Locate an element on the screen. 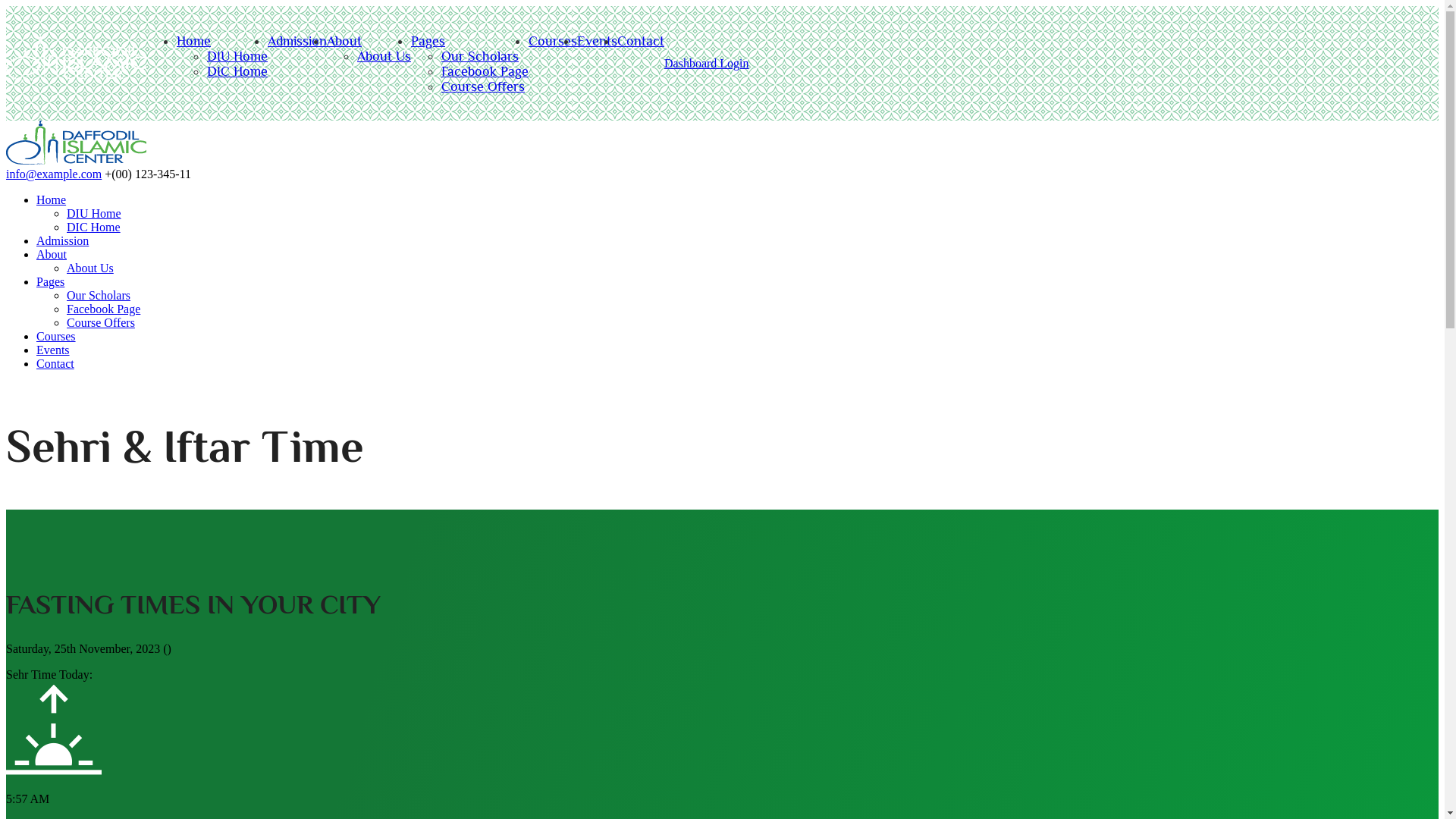 The image size is (1456, 819). 'Events' is located at coordinates (596, 40).